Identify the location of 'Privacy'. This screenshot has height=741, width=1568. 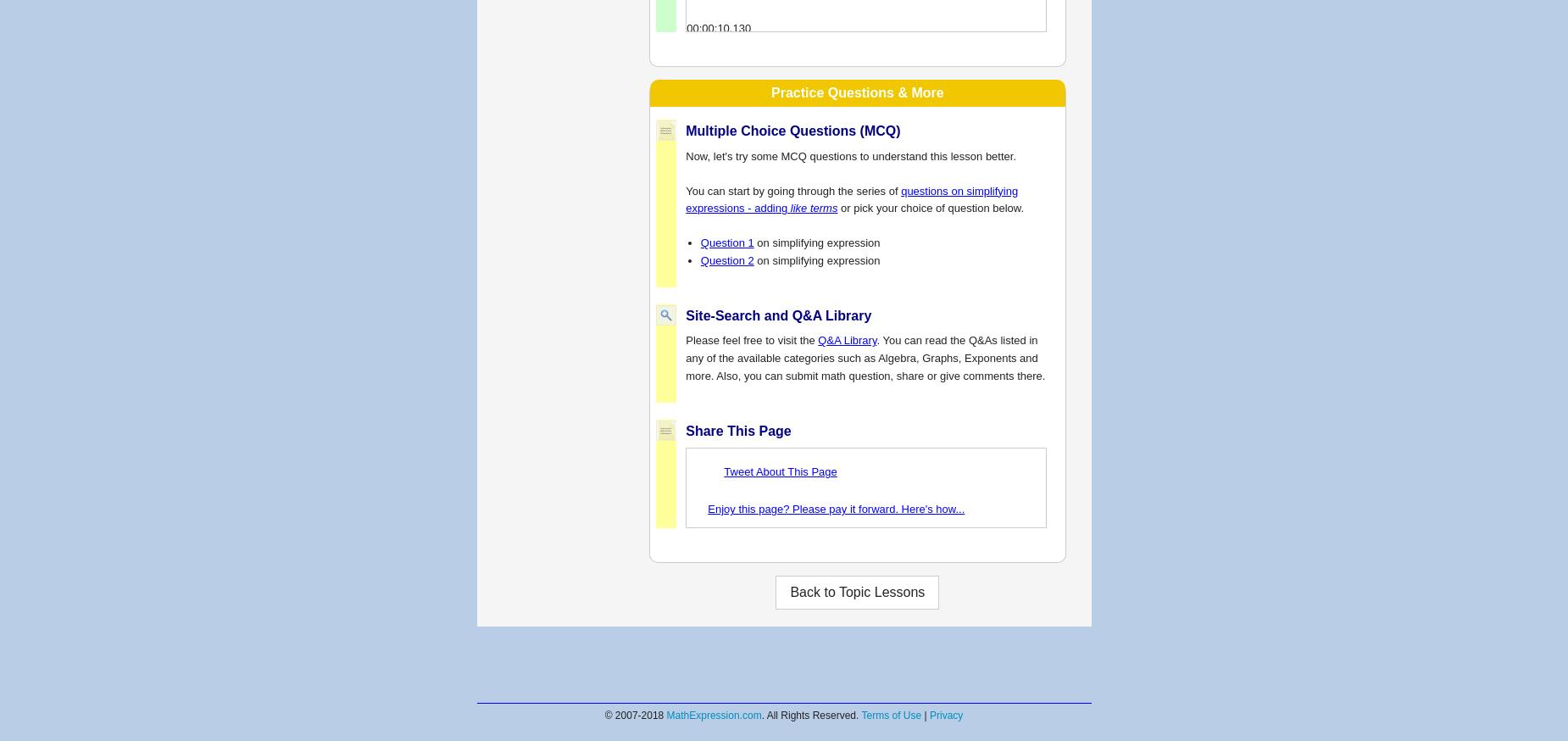
(927, 716).